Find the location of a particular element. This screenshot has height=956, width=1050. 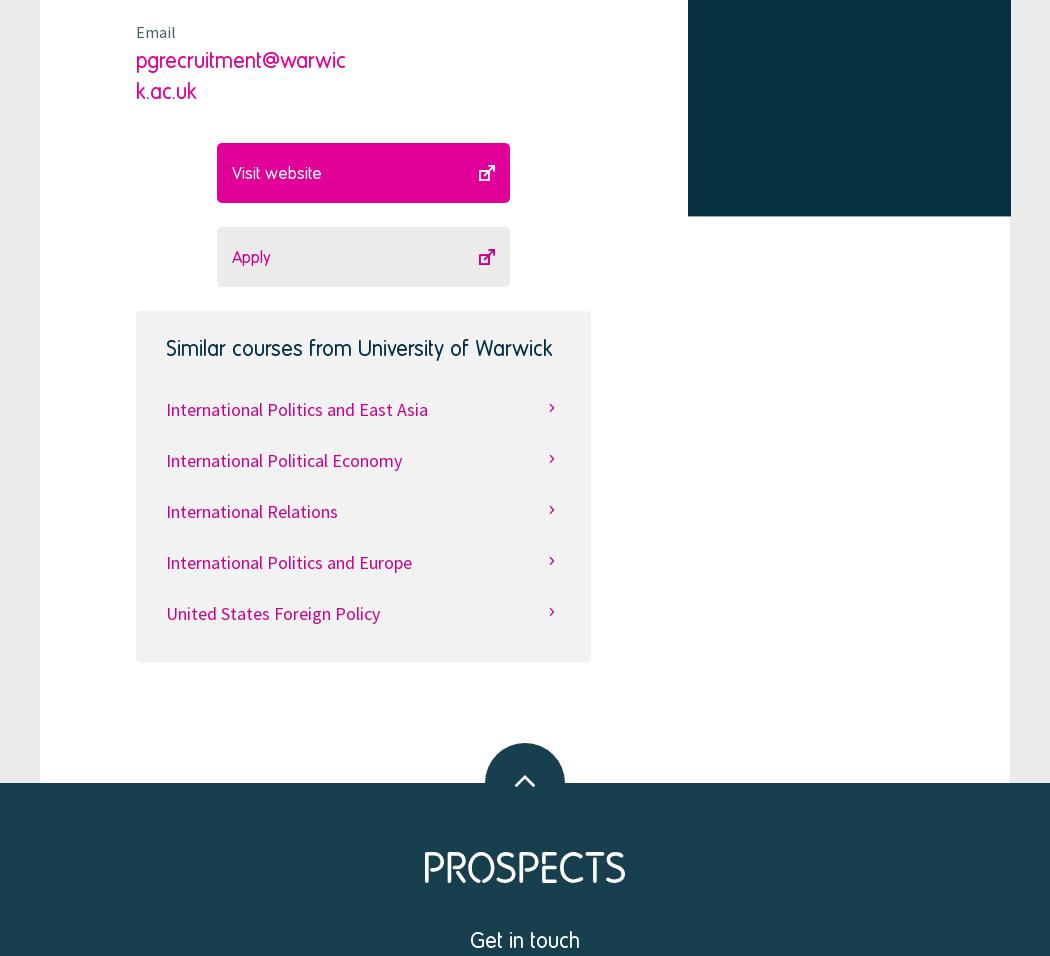

'Get in touch' is located at coordinates (525, 939).